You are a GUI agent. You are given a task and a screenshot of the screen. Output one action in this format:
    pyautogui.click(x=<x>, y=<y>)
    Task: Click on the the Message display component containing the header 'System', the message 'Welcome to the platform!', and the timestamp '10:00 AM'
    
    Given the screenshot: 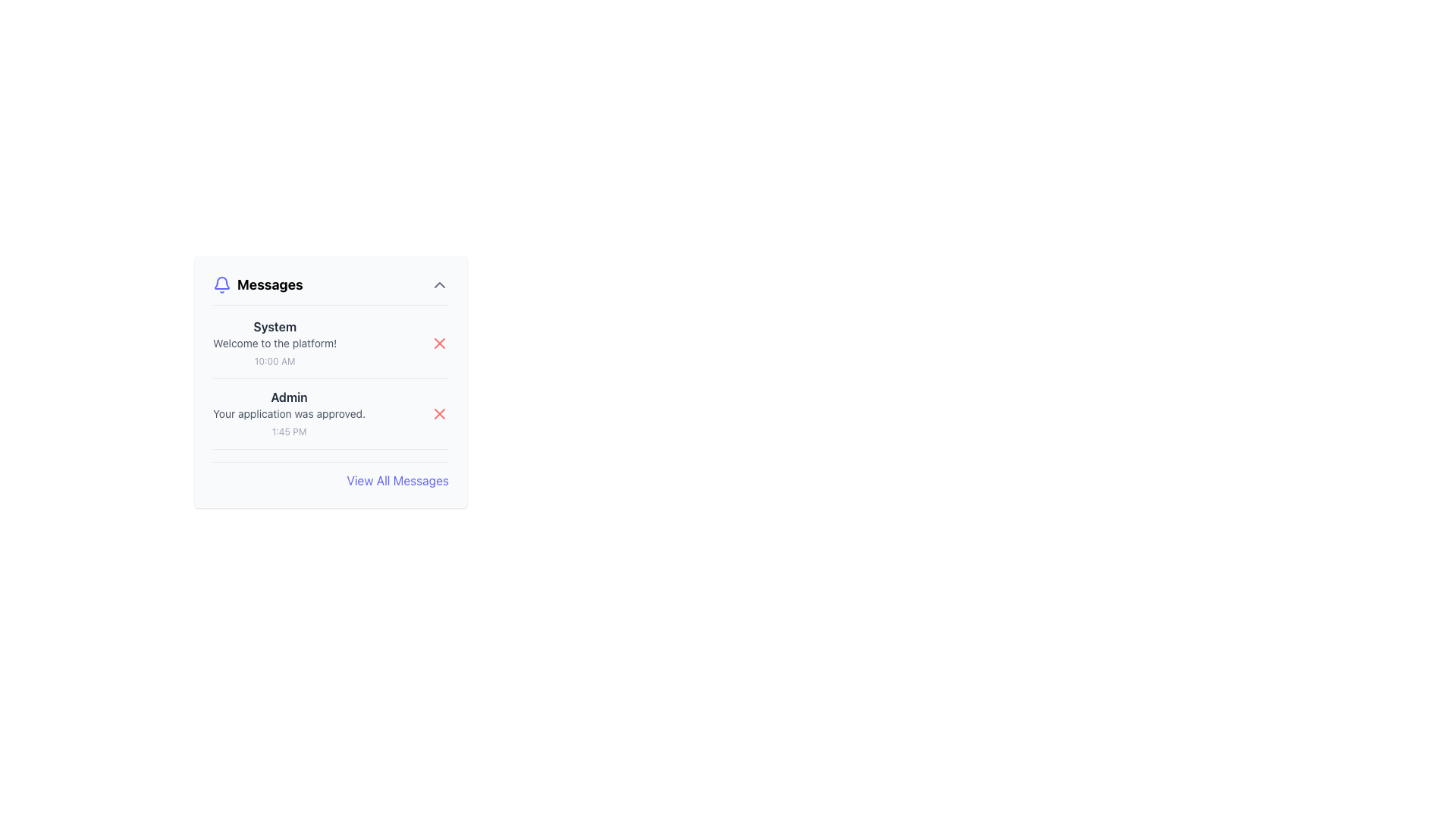 What is the action you would take?
    pyautogui.click(x=275, y=343)
    